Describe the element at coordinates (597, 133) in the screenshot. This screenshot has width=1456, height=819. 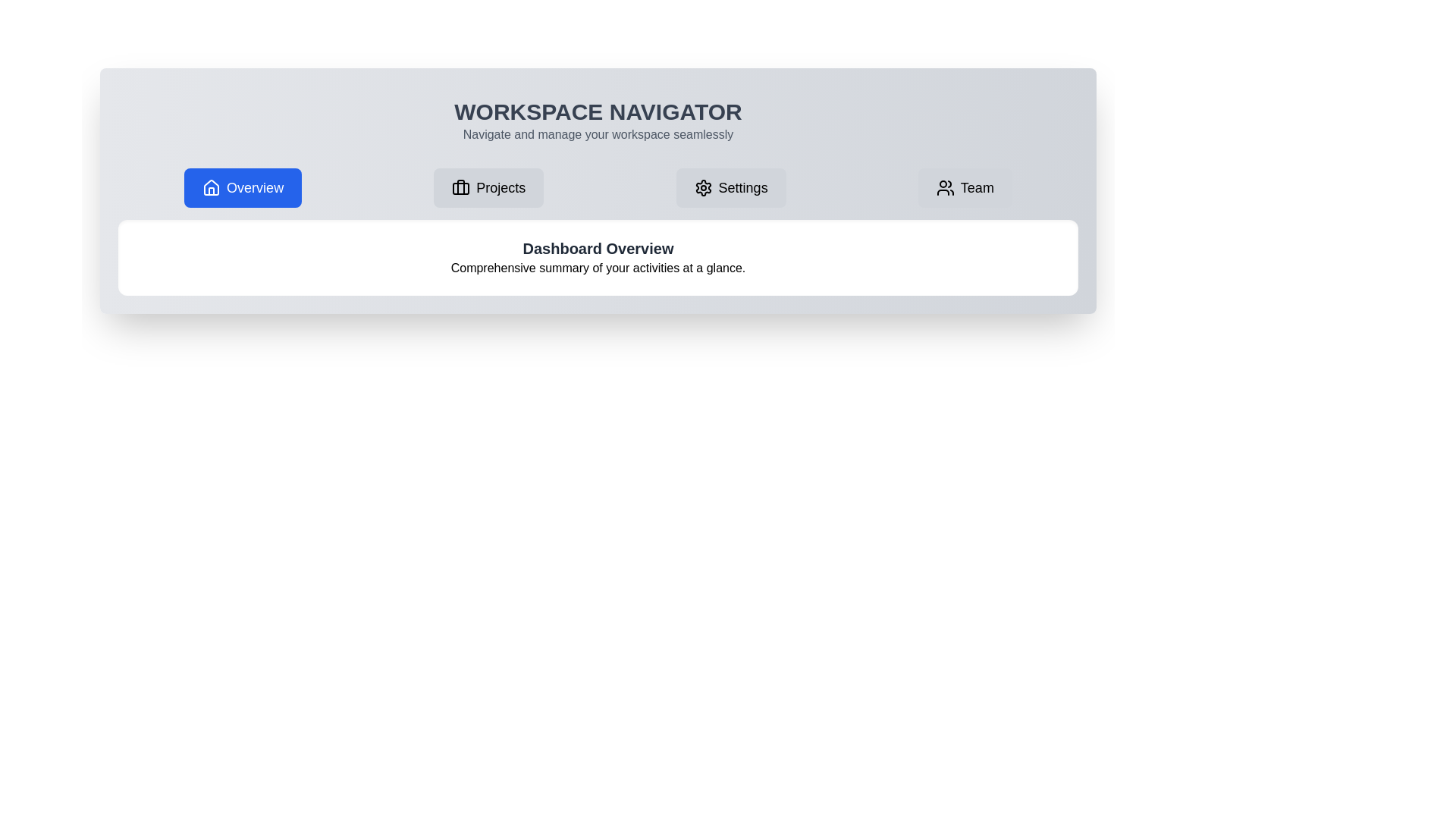
I see `the static text element located directly underneath the 'WORKSPACE NAVIGATOR' title, which serves as an informational subtitle for this section` at that location.